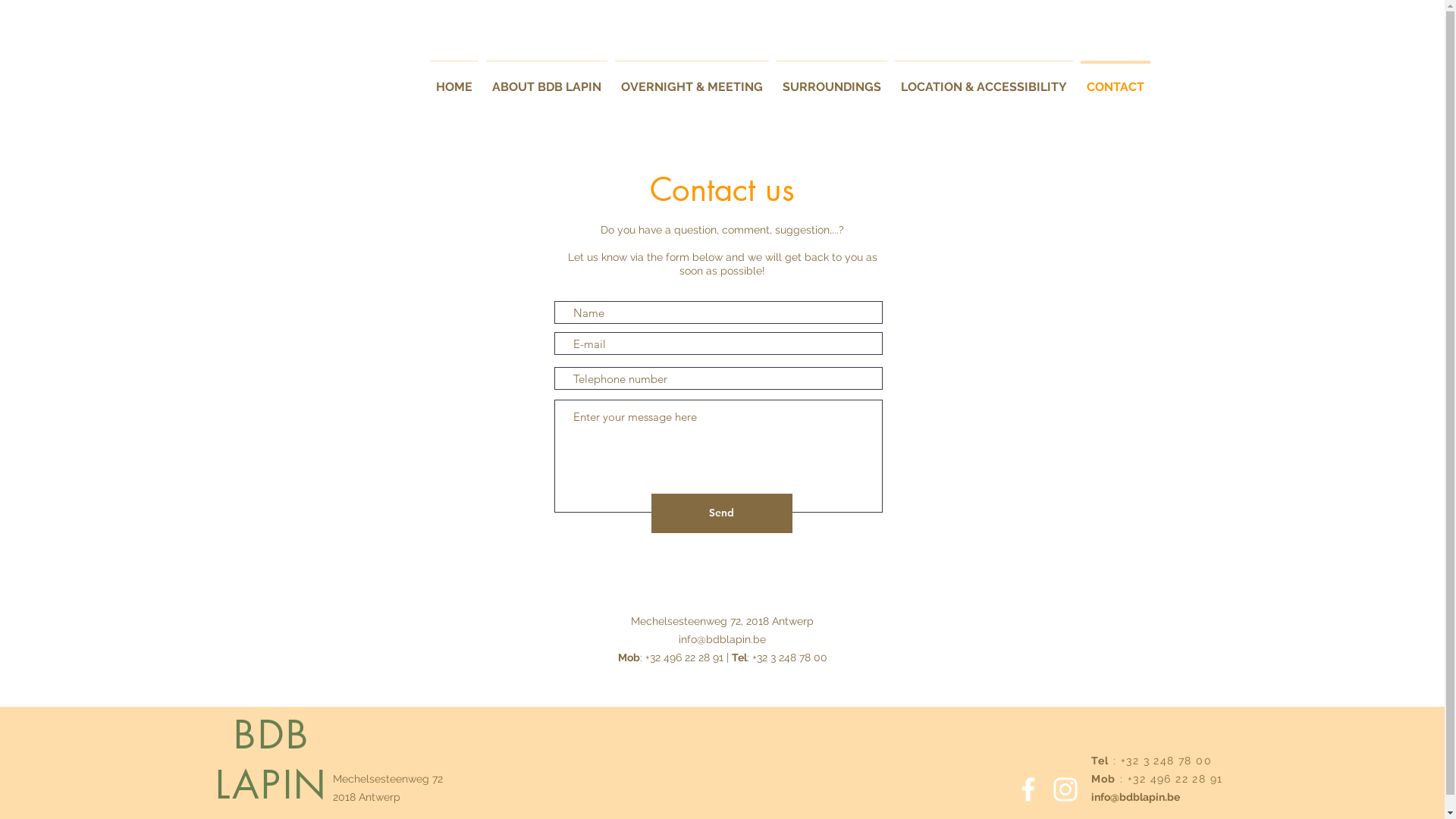 The width and height of the screenshot is (1456, 819). What do you see at coordinates (271, 760) in the screenshot?
I see `'BDB LAPIN'` at bounding box center [271, 760].